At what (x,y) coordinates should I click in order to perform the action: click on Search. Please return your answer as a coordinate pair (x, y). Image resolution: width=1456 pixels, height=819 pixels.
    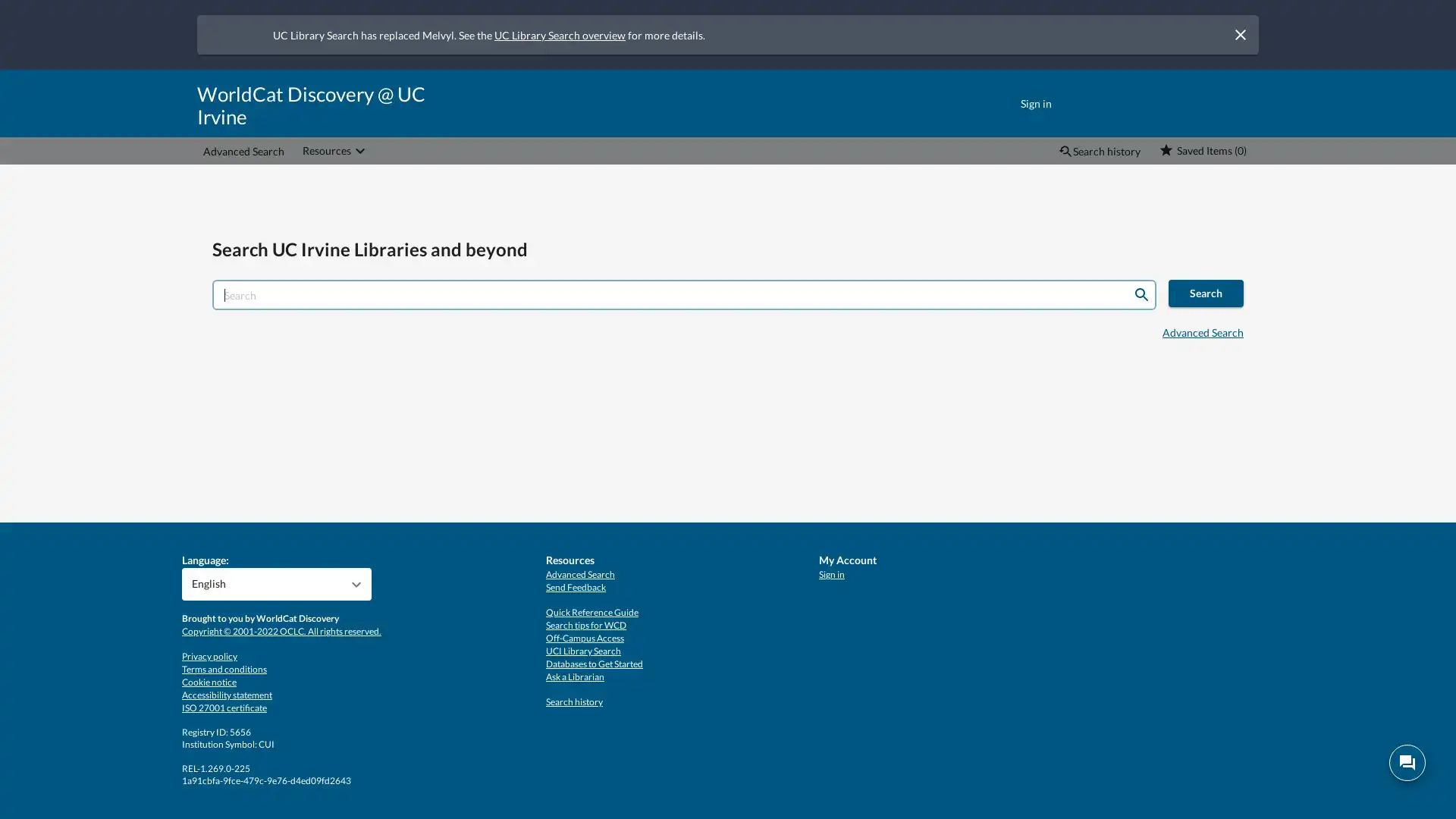
    Looking at the image, I should click on (1205, 293).